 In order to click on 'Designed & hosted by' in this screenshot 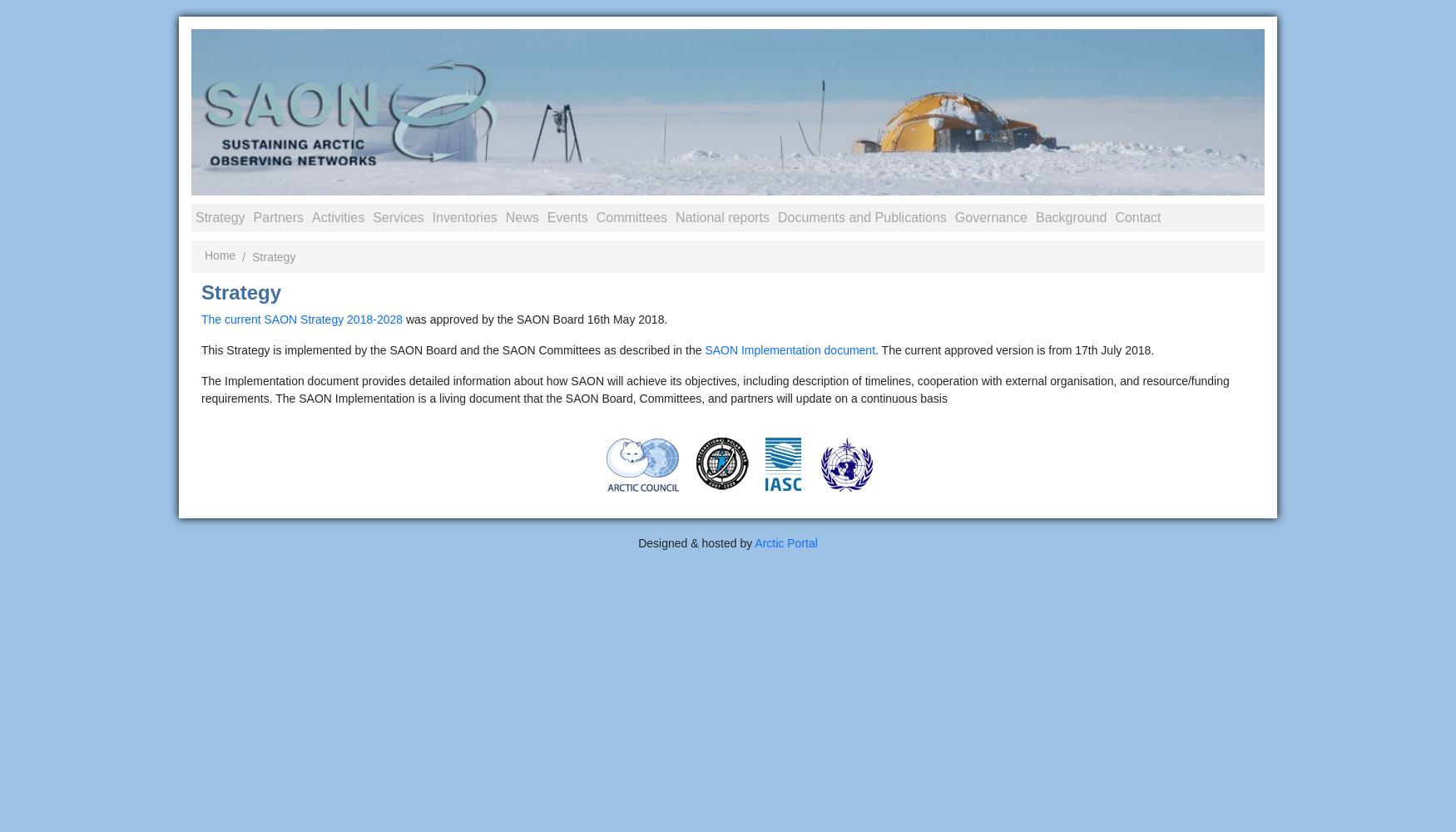, I will do `click(637, 543)`.